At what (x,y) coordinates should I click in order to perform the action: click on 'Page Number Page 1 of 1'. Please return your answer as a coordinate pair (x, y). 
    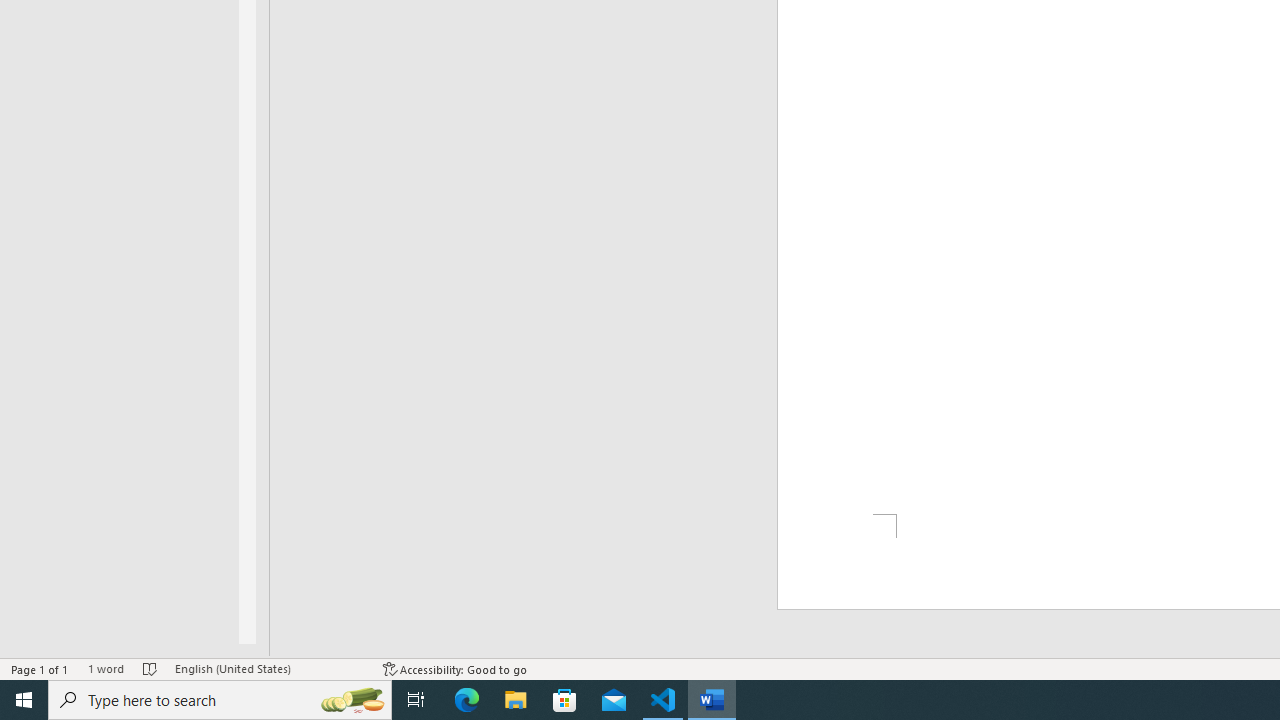
    Looking at the image, I should click on (40, 669).